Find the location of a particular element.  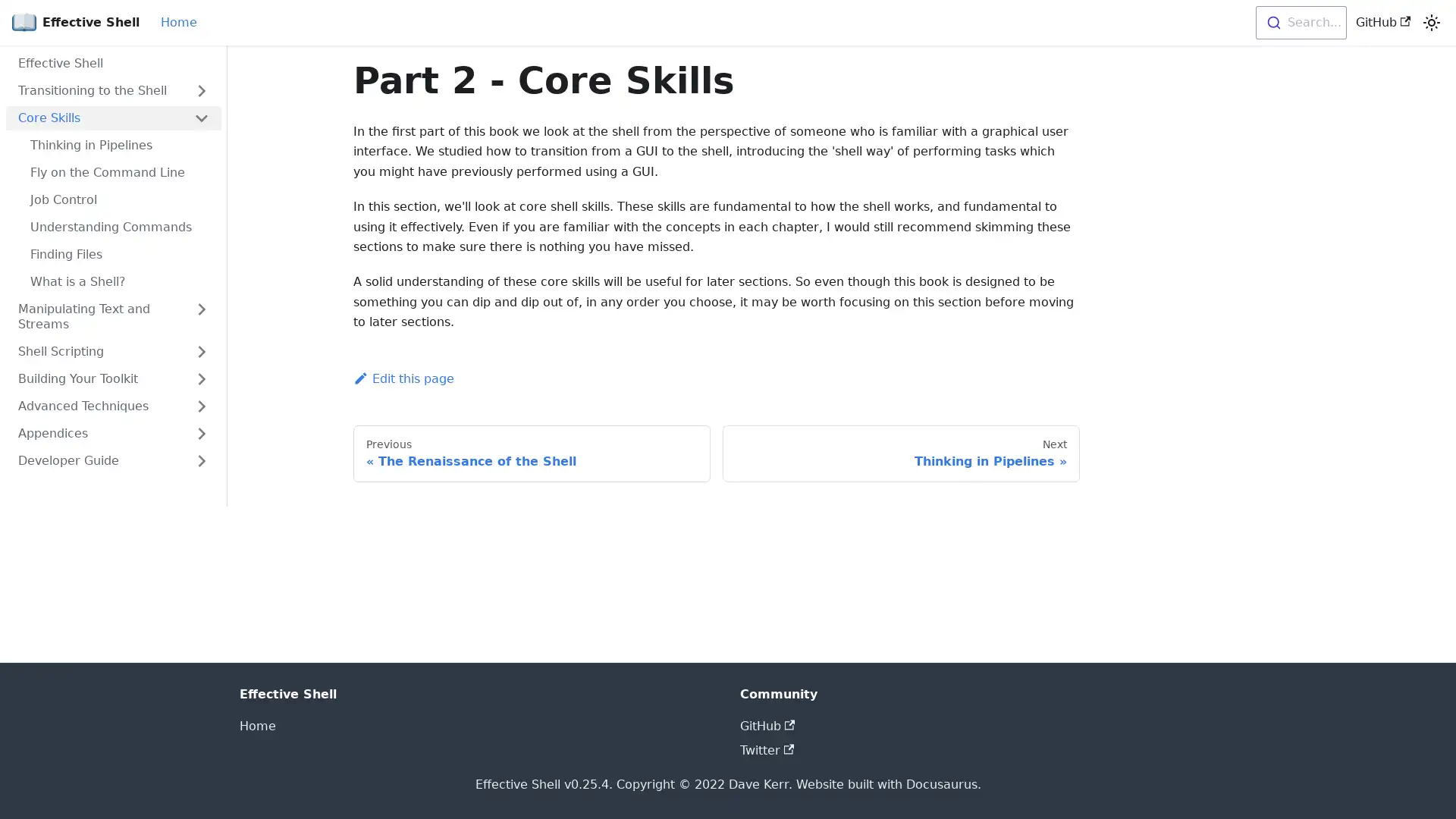

Toggle the collapsible sidebar category 'Shell Scripting' is located at coordinates (200, 351).